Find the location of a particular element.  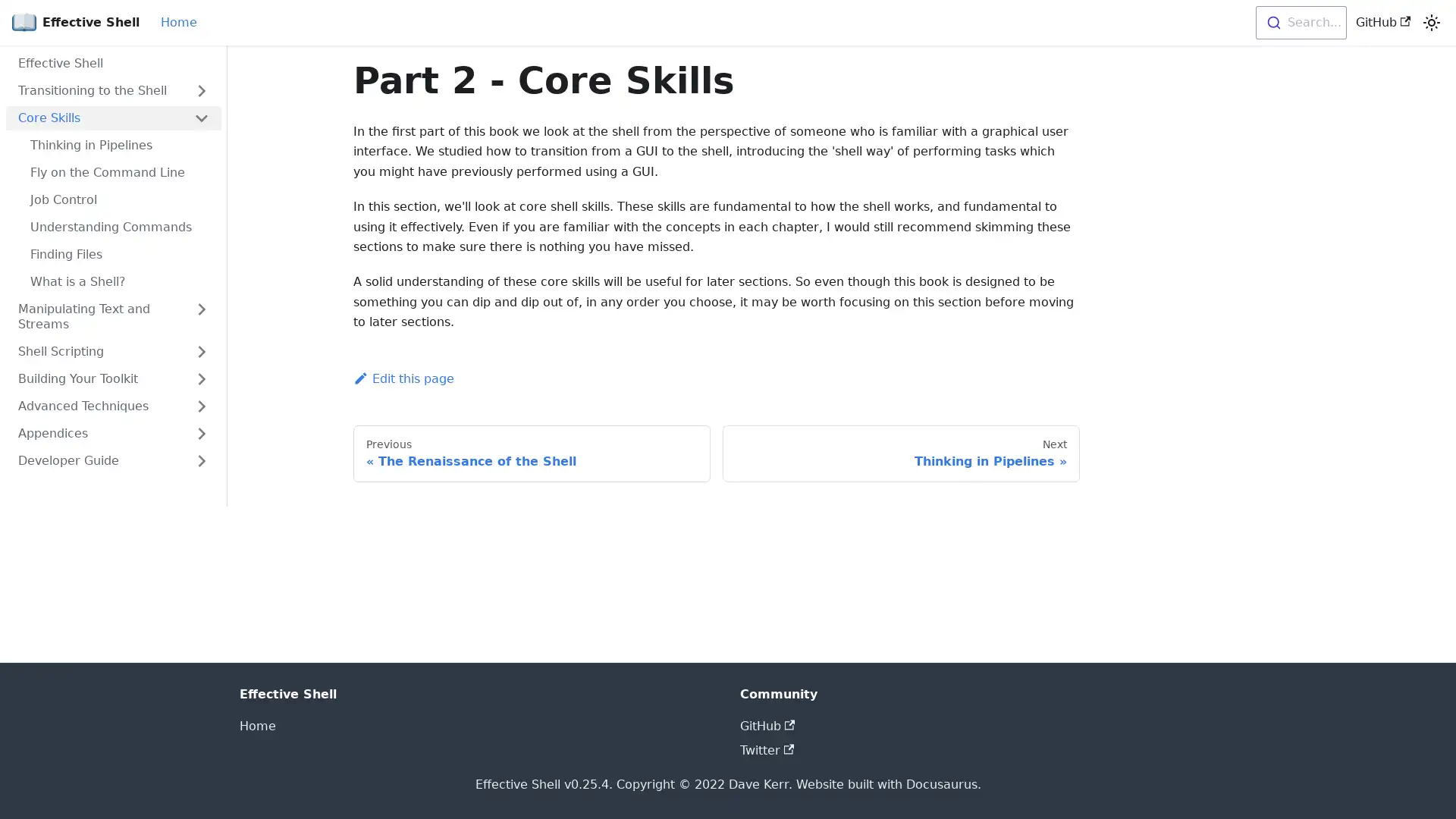

Toggle the collapsible sidebar category 'Shell Scripting' is located at coordinates (200, 351).